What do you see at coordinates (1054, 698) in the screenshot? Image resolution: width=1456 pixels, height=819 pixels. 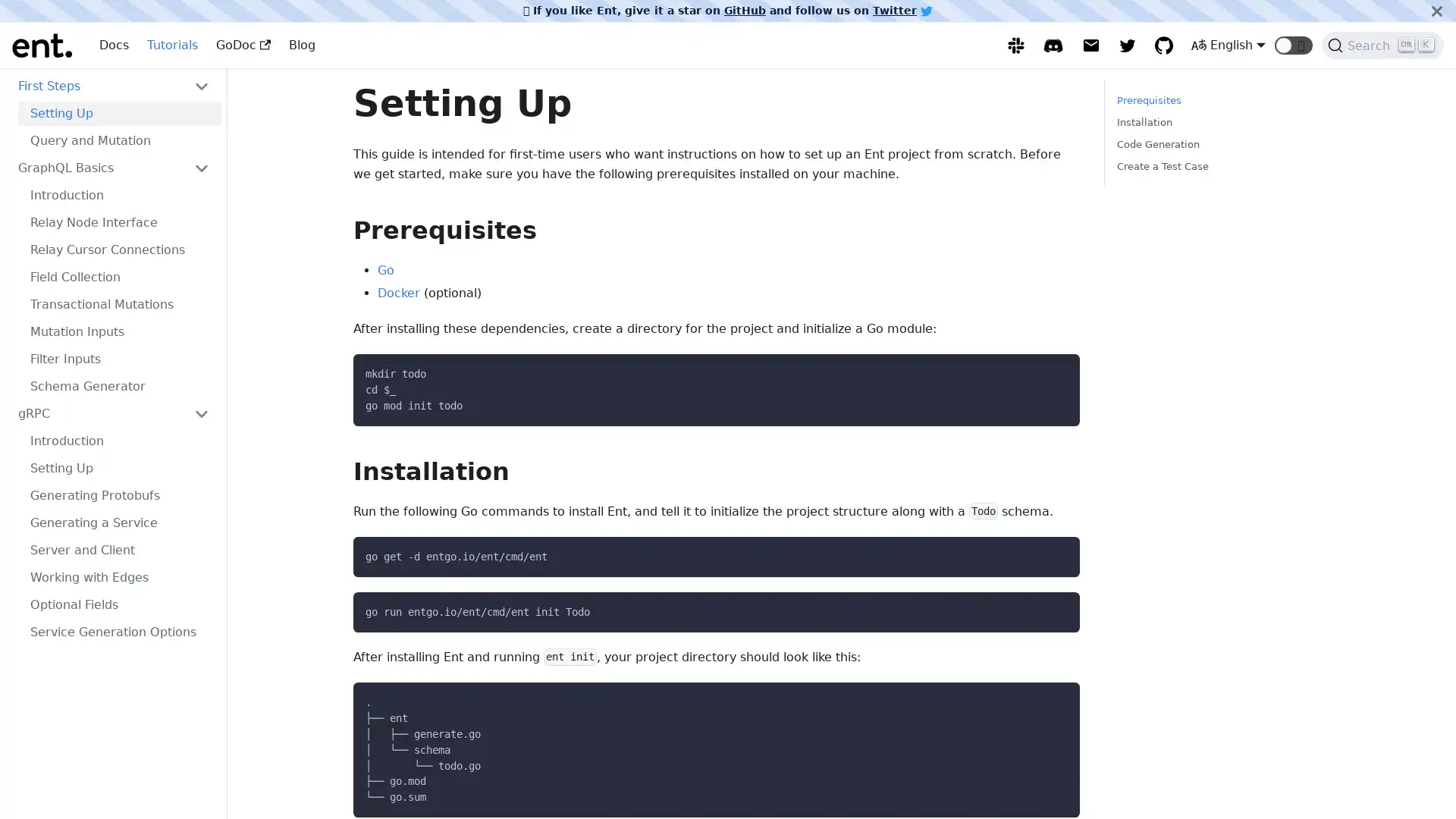 I see `Copy code to clipboard` at bounding box center [1054, 698].